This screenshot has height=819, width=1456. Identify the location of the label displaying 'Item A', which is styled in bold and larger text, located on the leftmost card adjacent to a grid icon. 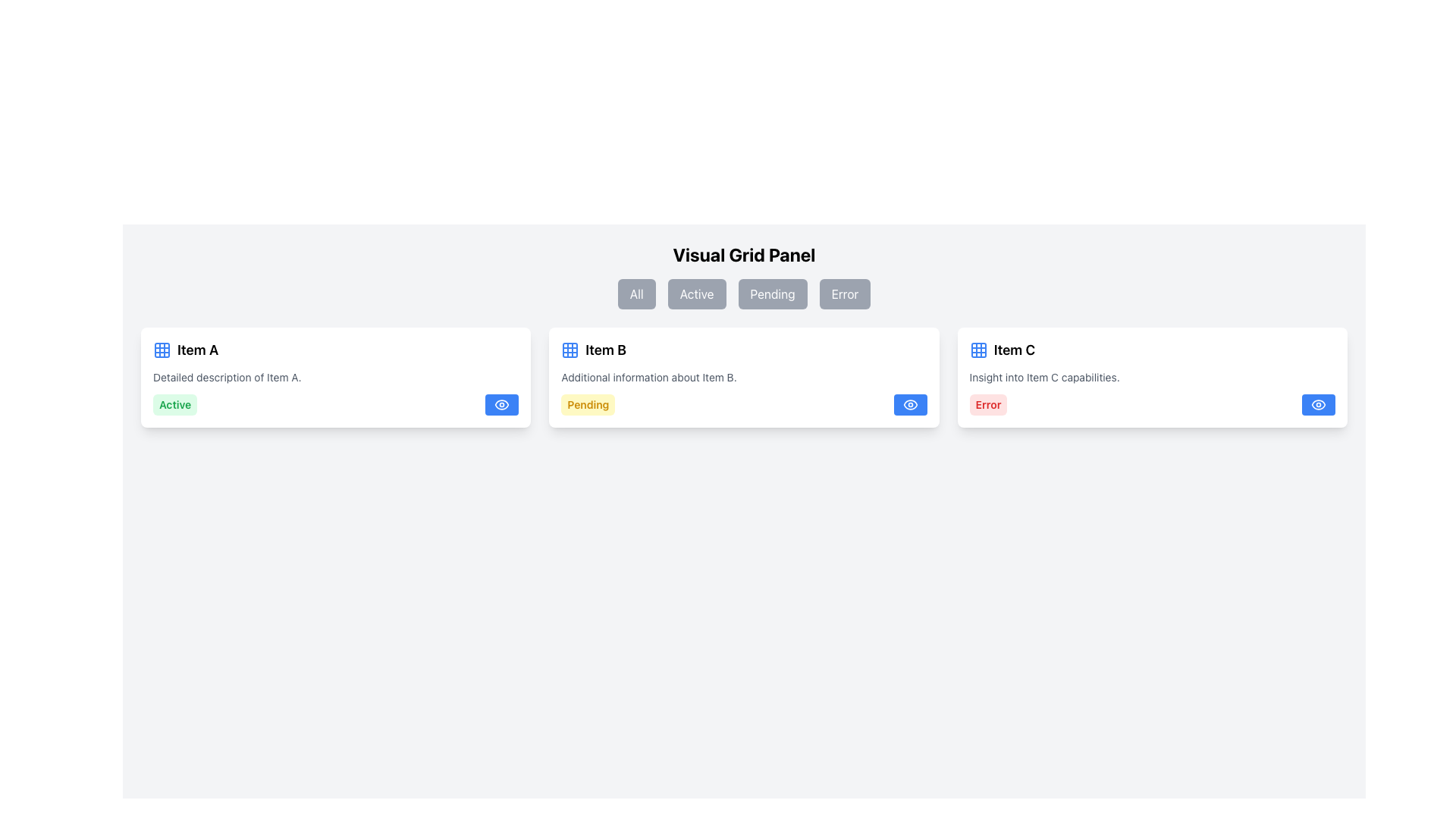
(197, 350).